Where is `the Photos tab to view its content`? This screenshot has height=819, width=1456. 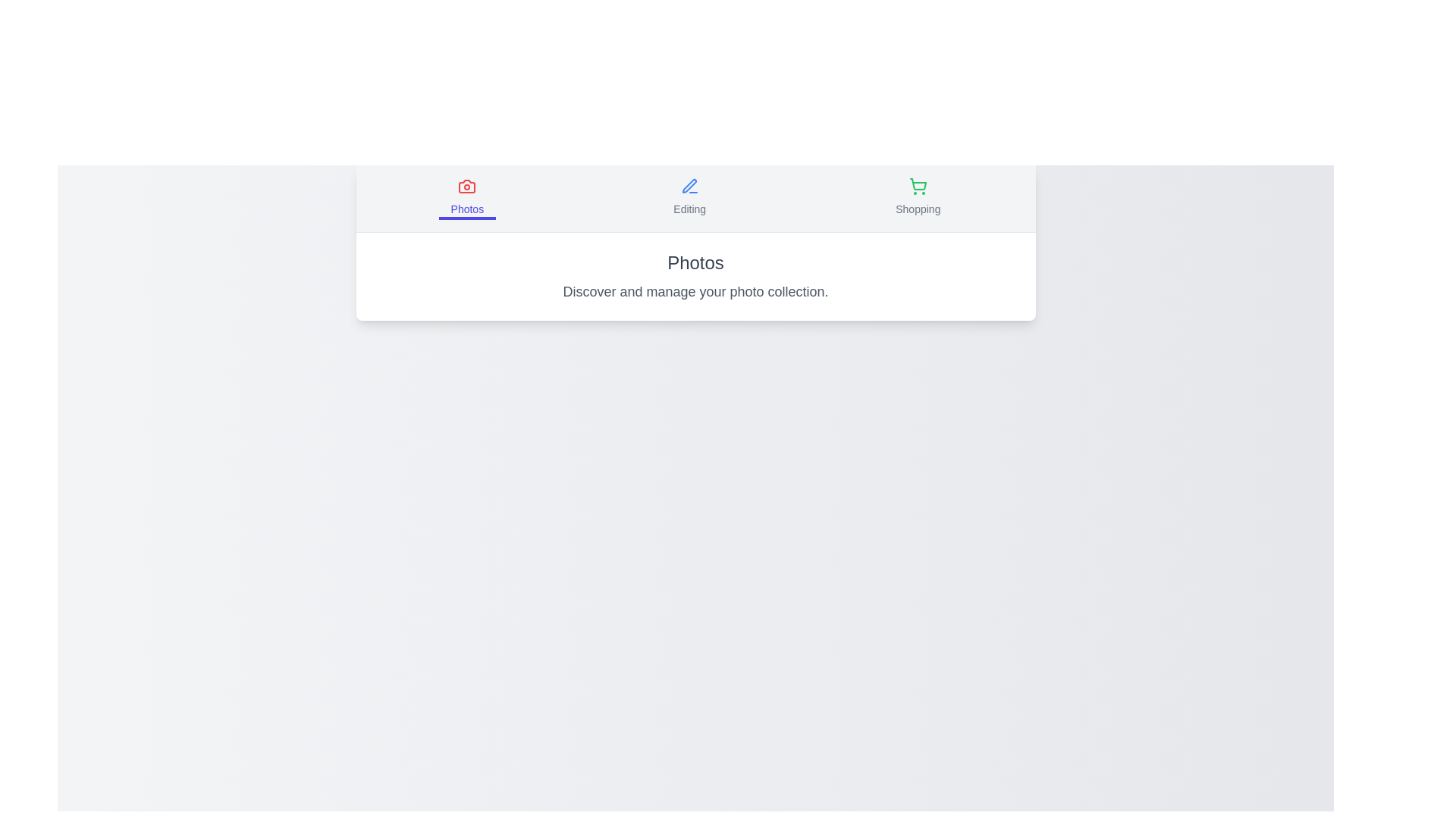 the Photos tab to view its content is located at coordinates (466, 198).